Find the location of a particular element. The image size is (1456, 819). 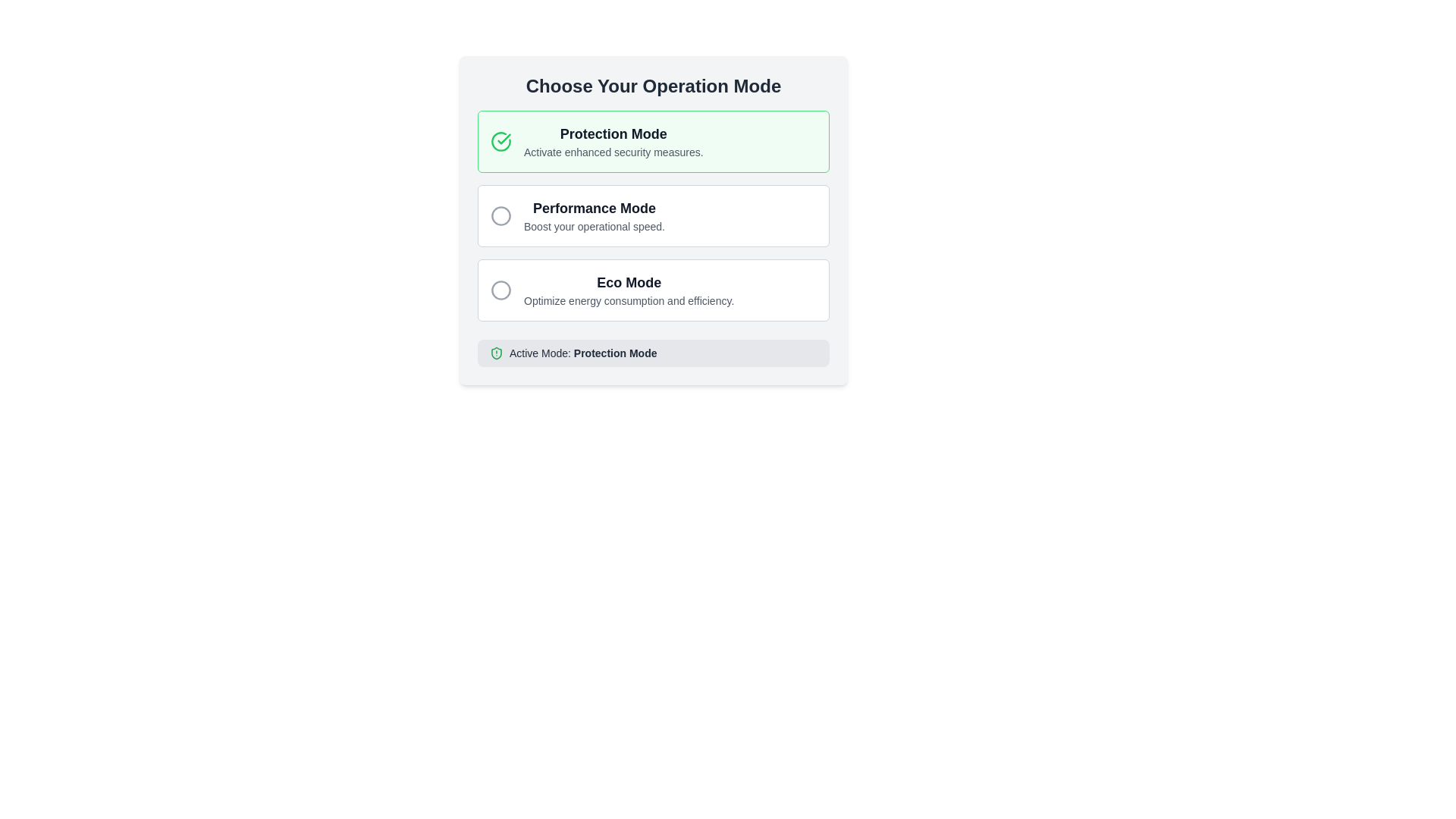

the 'Performance Mode' text block, which is the second option in a vertical list of operational modes is located at coordinates (593, 216).